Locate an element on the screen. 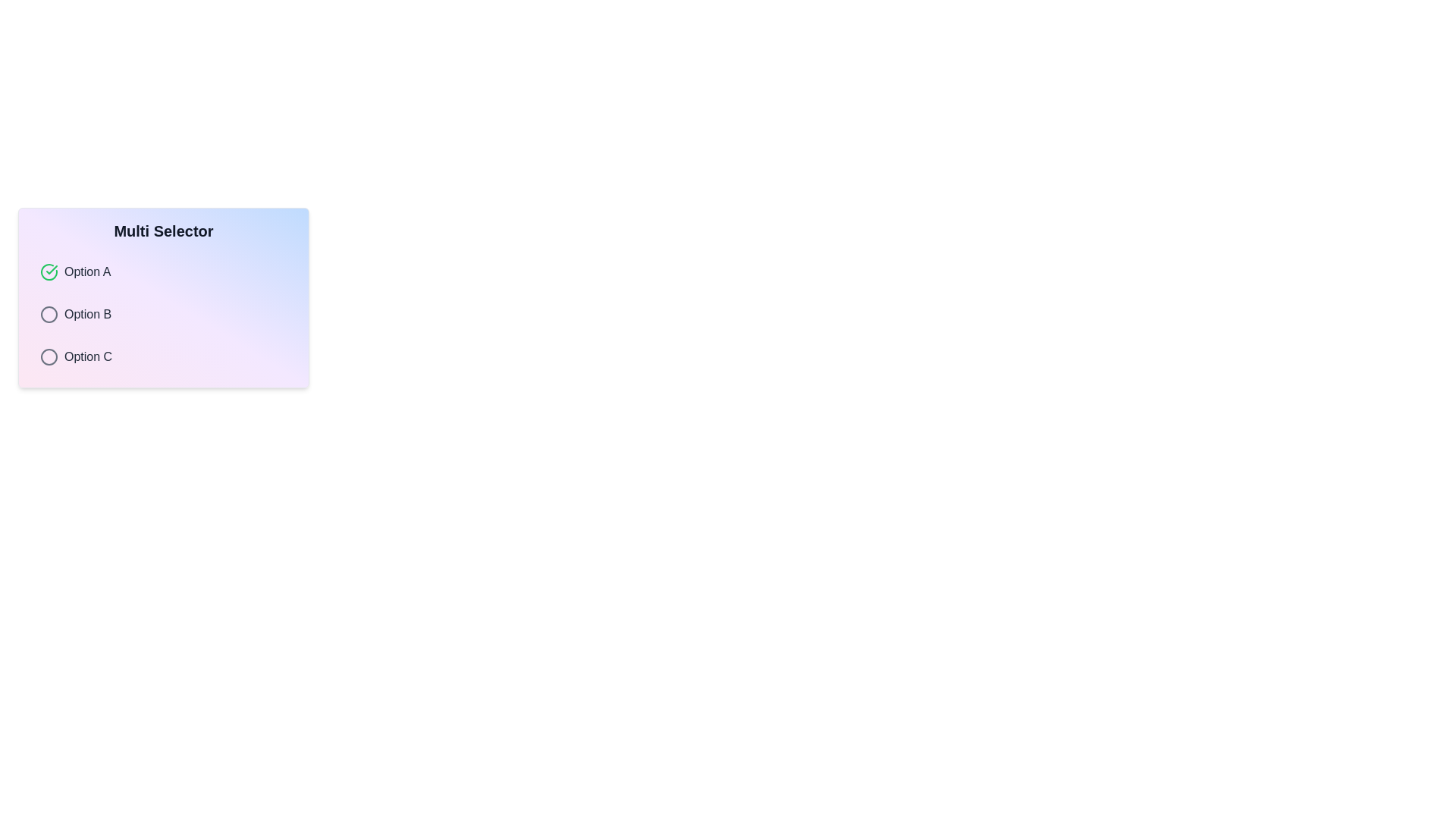 The width and height of the screenshot is (1456, 819). the option Option C from the list is located at coordinates (164, 356).